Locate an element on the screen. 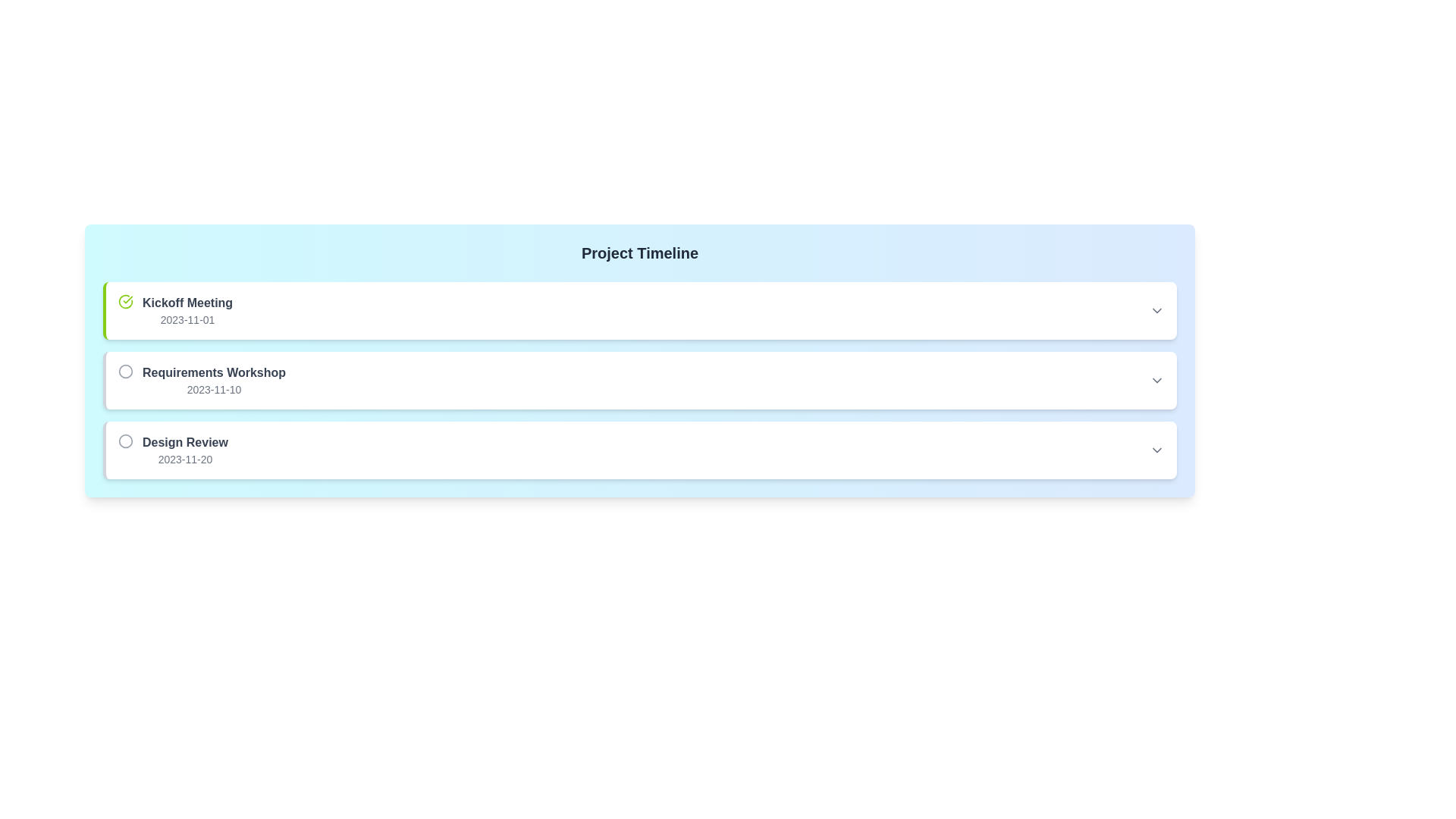 This screenshot has width=1456, height=819. the circular icon located to the left of the text 'Design Review' and '2023-11-20' in the third row of the 'Project Timeline' section is located at coordinates (126, 441).